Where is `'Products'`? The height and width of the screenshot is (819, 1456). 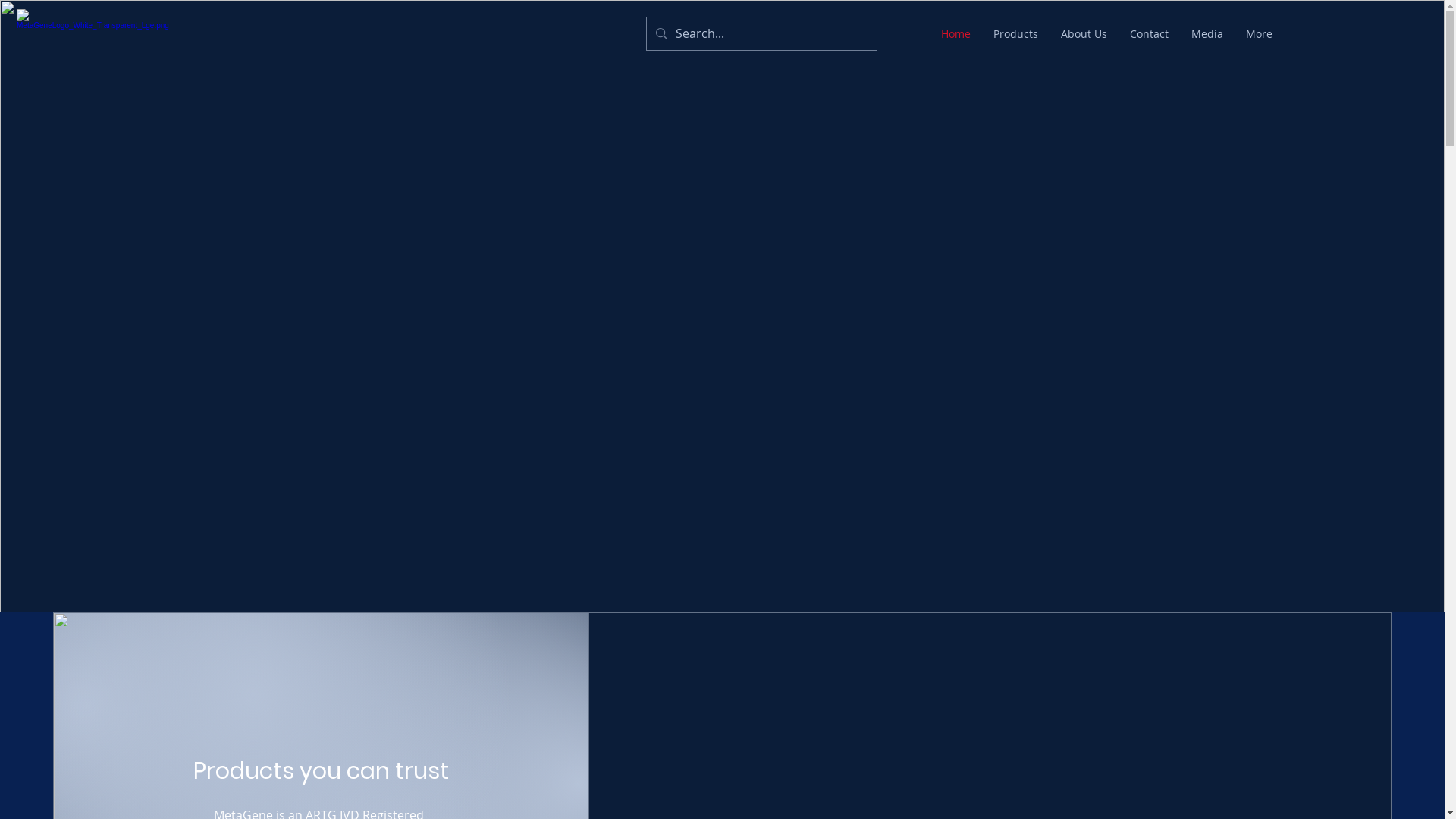 'Products' is located at coordinates (1015, 34).